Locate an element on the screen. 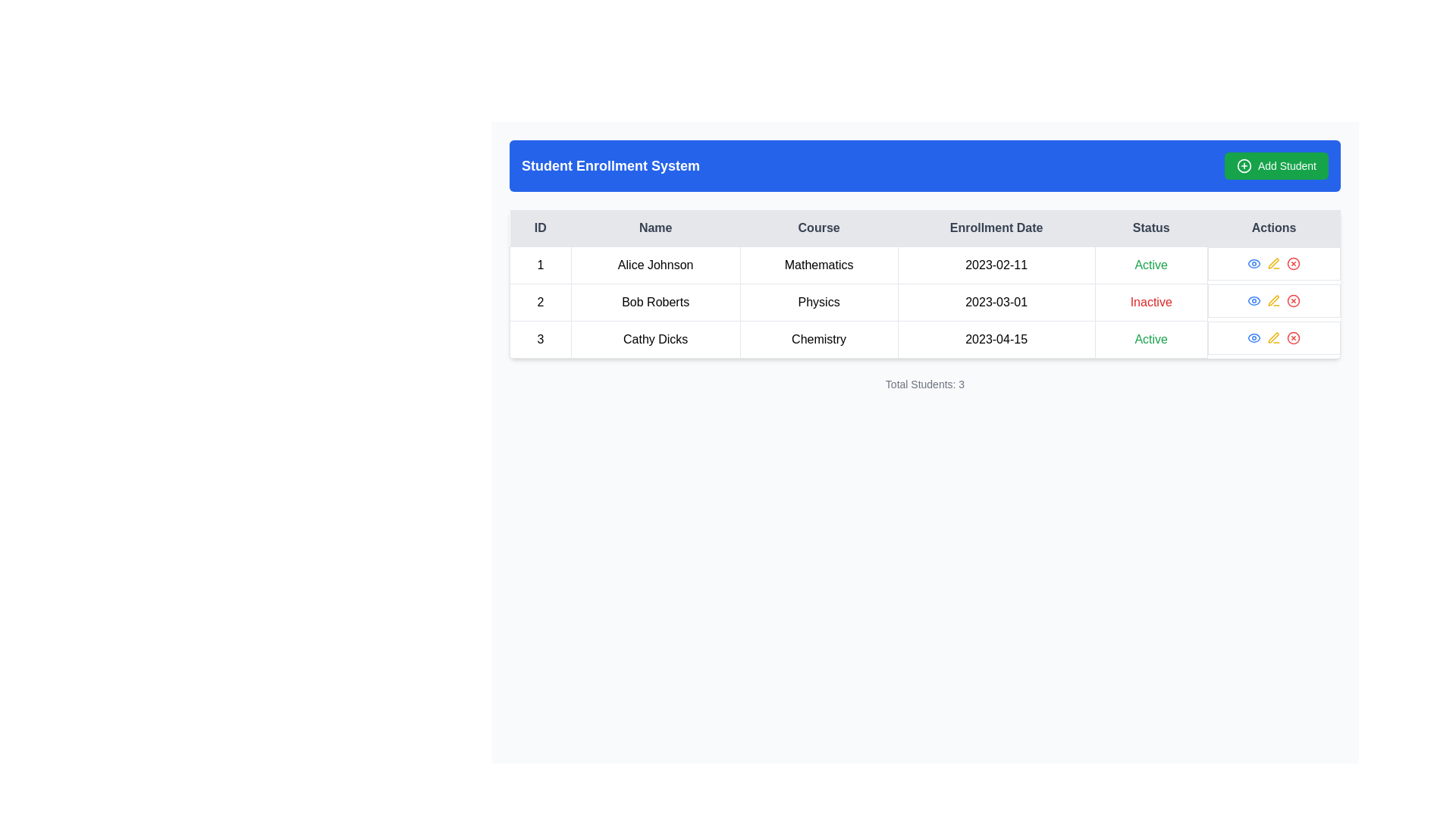 The width and height of the screenshot is (1456, 819). the green rounded rectangle button labeled 'Add Student' with a plus sign icon located at the top-right corner of the 'Student Enrollment System' header is located at coordinates (1276, 166).